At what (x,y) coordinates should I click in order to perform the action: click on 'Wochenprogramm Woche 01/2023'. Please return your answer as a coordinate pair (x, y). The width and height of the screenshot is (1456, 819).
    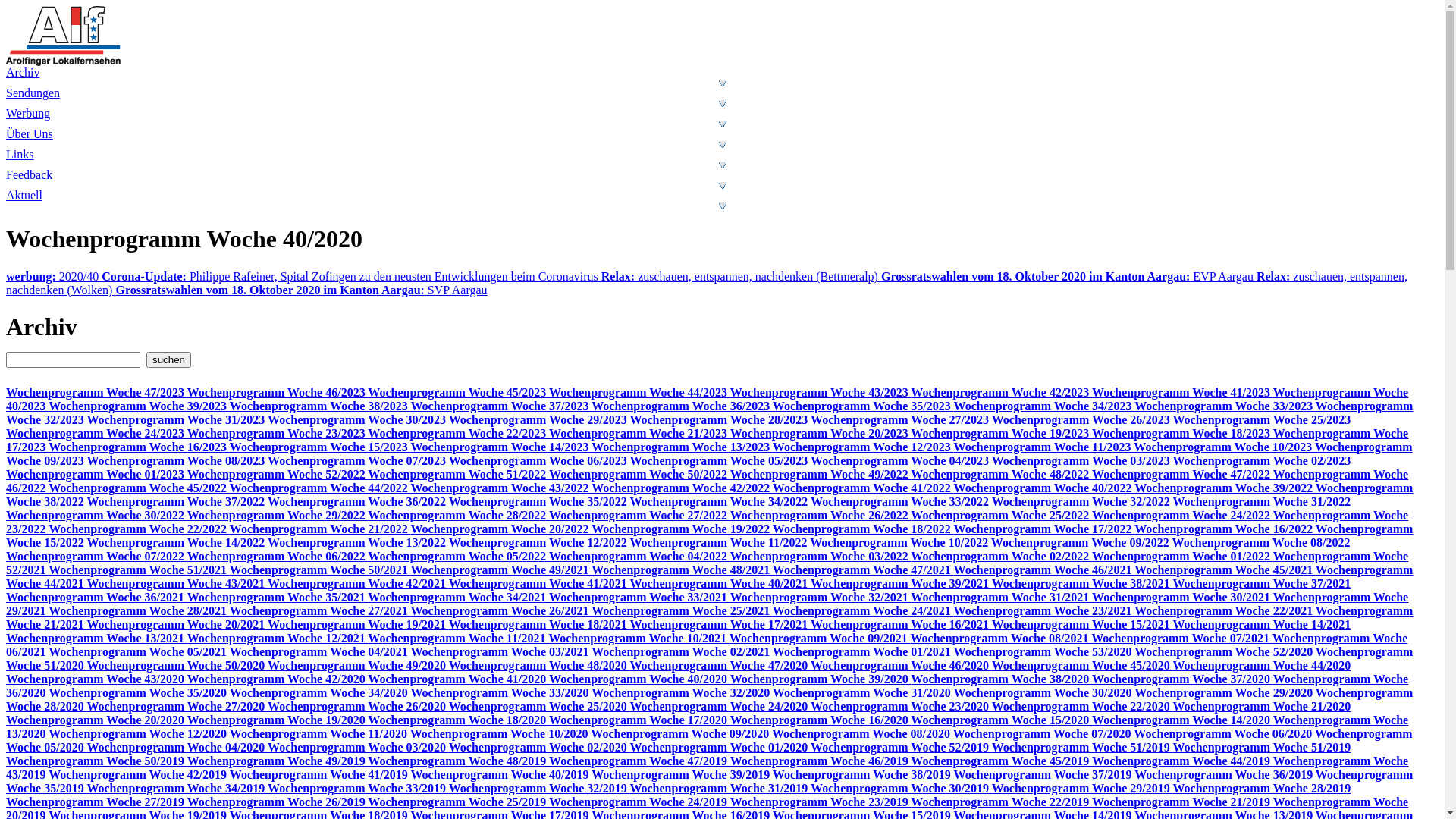
    Looking at the image, I should click on (96, 473).